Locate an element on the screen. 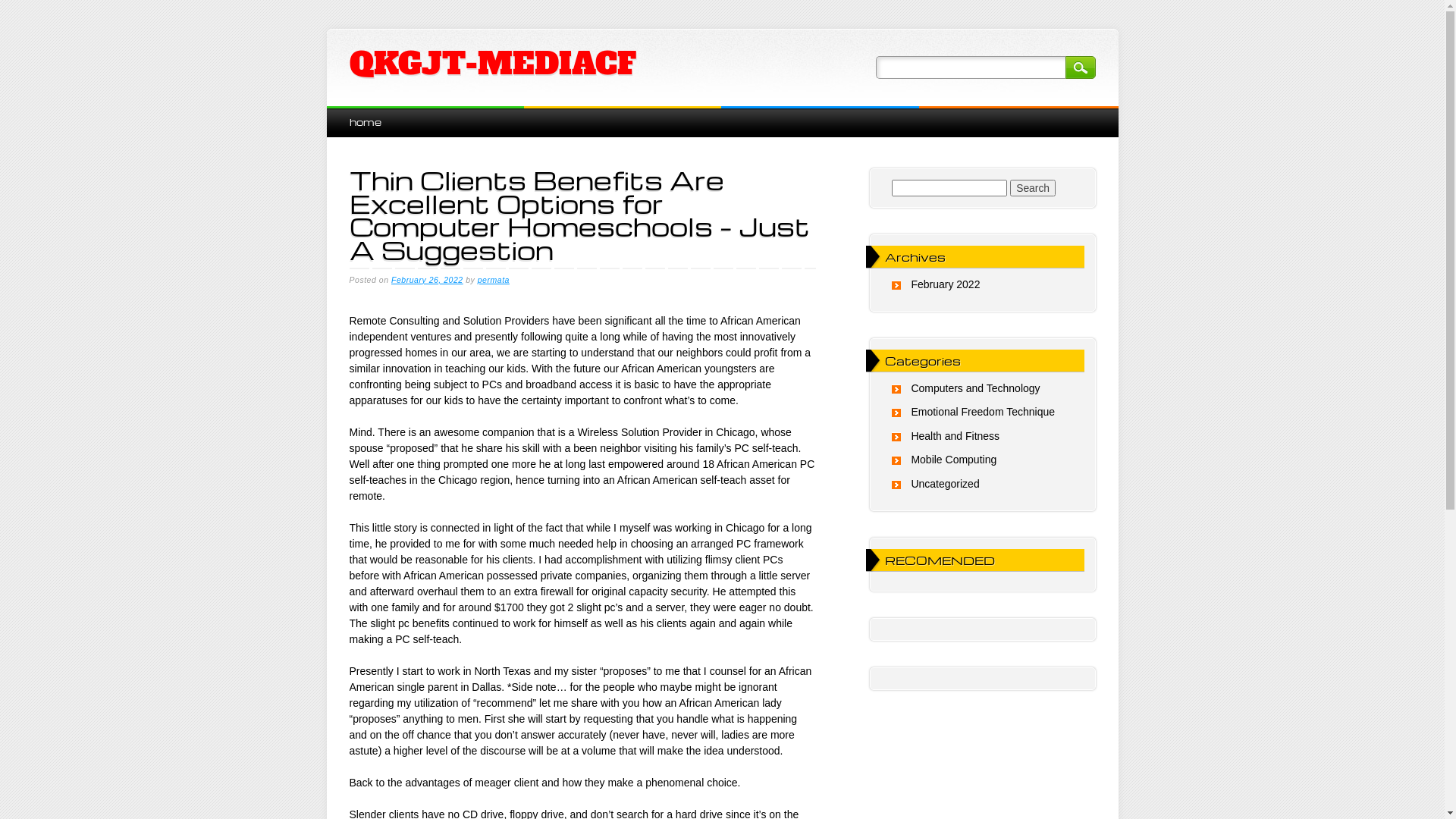 Image resolution: width=1456 pixels, height=819 pixels. 'February 26, 2022' is located at coordinates (426, 280).